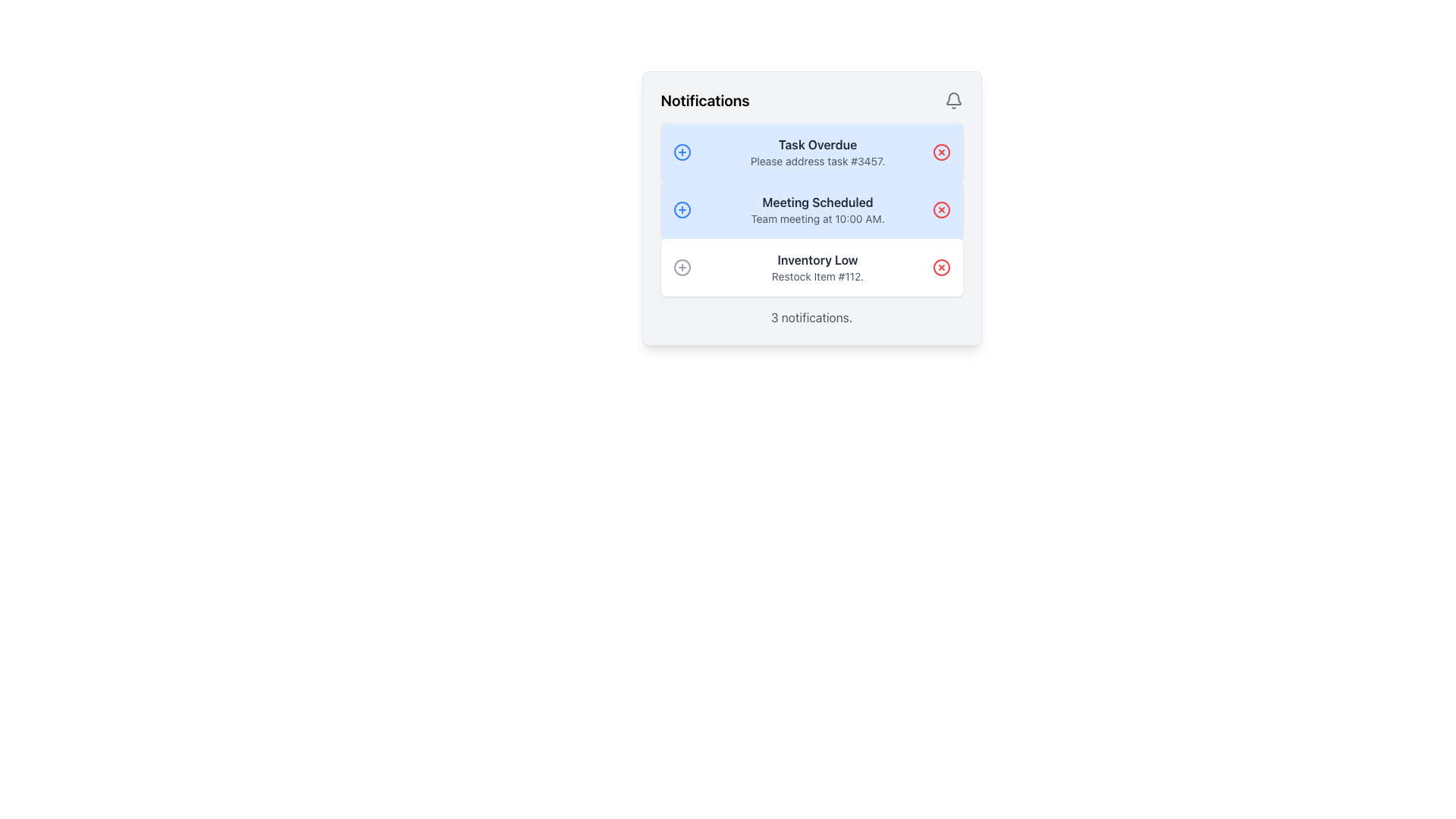 The width and height of the screenshot is (1456, 819). What do you see at coordinates (681, 210) in the screenshot?
I see `the Circle icon representing the 'Meeting Scheduled' notification, located to the left of the notification text` at bounding box center [681, 210].